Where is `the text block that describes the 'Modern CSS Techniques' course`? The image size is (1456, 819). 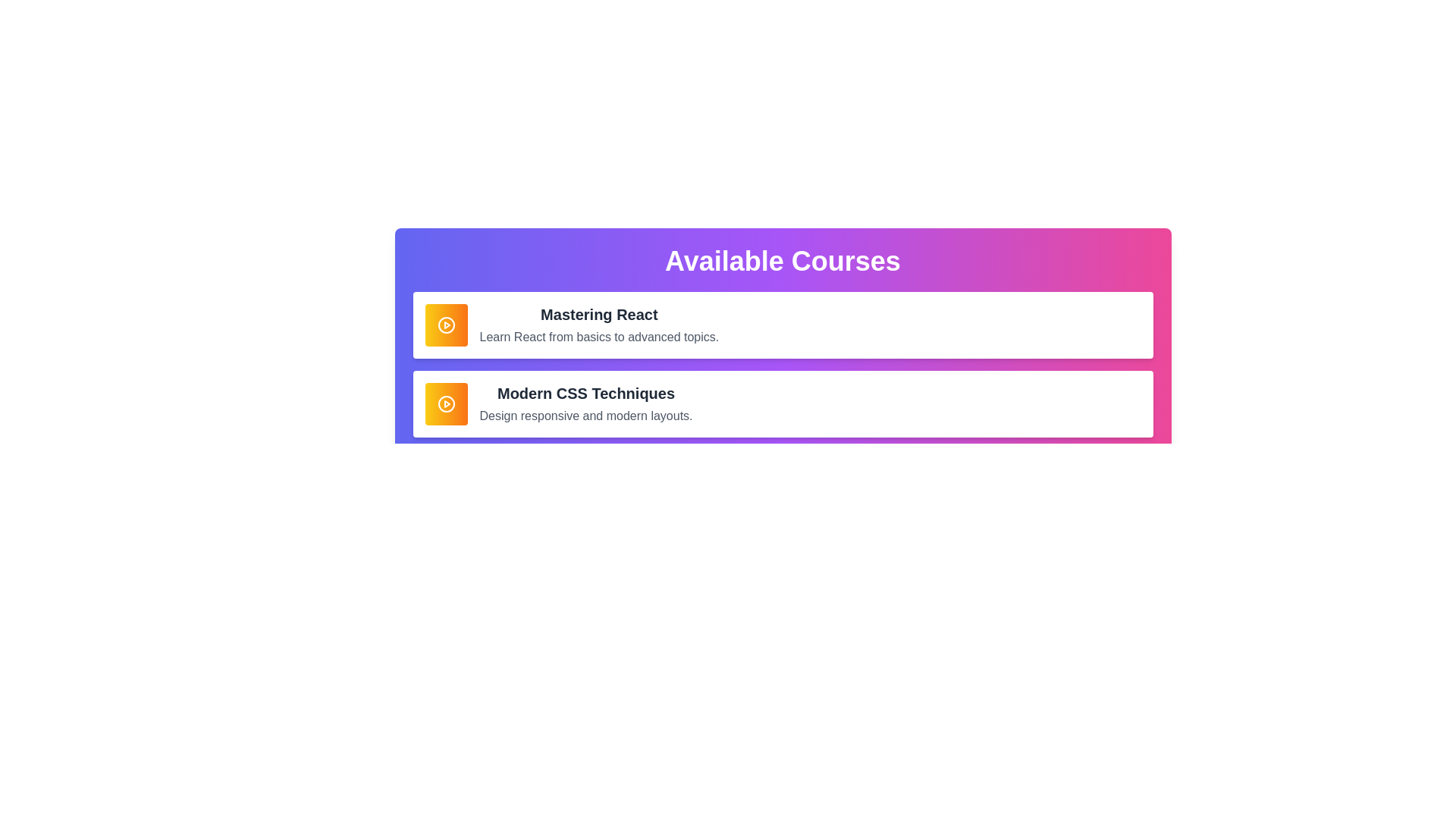 the text block that describes the 'Modern CSS Techniques' course is located at coordinates (585, 403).